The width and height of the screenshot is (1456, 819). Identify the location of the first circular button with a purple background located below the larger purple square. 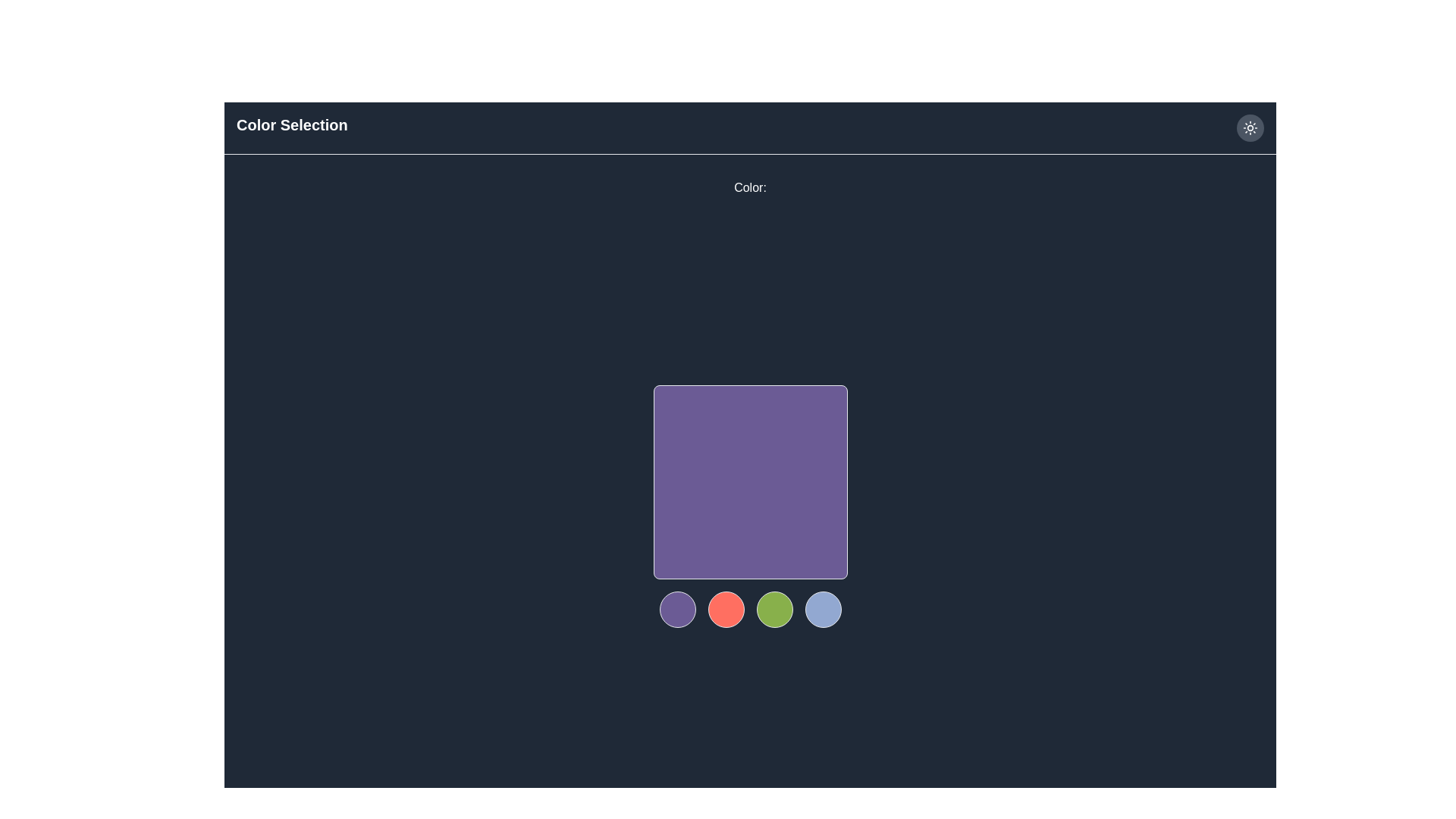
(676, 608).